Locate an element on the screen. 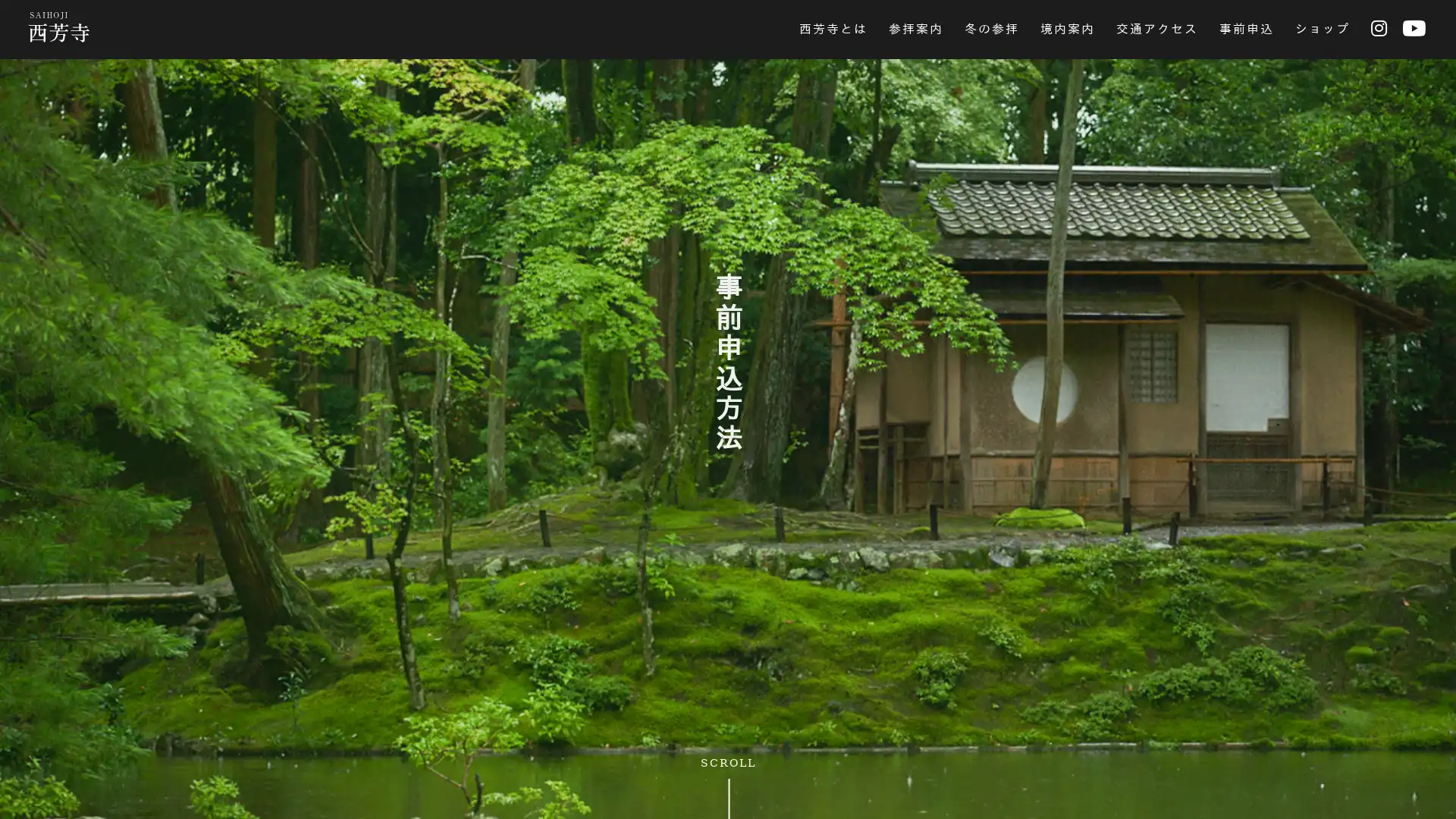 This screenshot has width=1456, height=819. SKIP is located at coordinates (726, 467).